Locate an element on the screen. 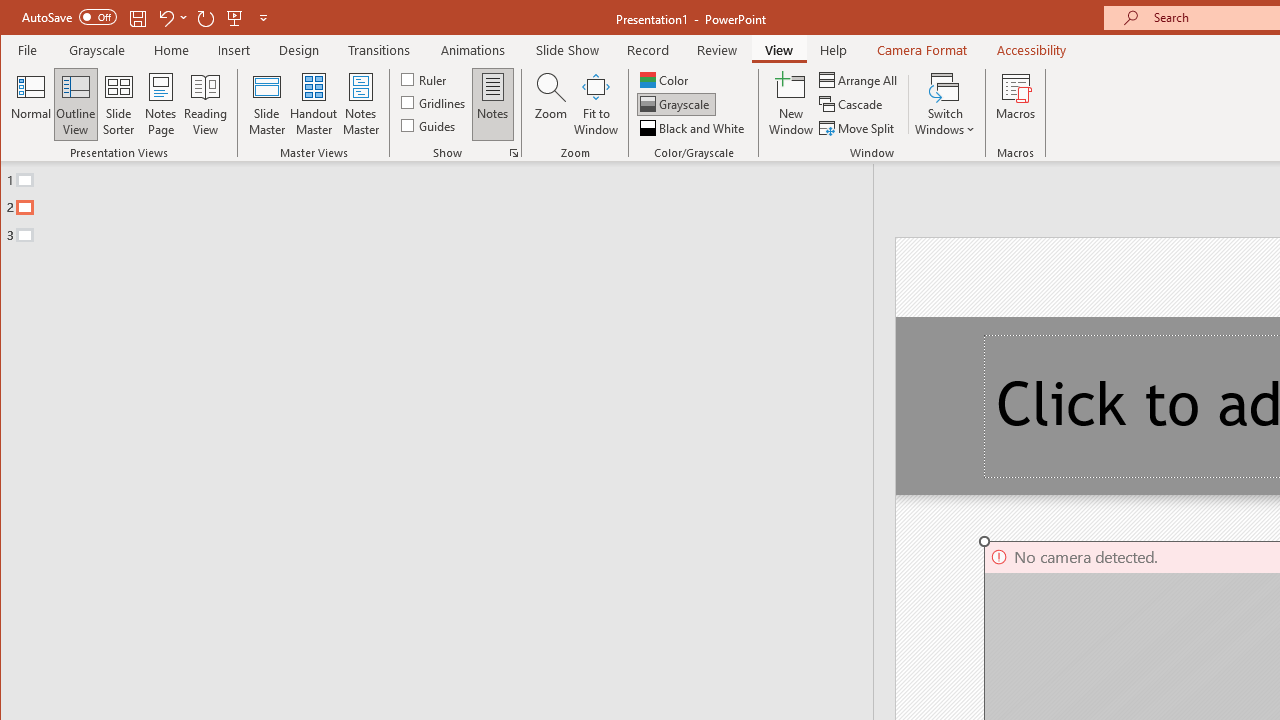 This screenshot has width=1280, height=720. 'Color' is located at coordinates (666, 79).